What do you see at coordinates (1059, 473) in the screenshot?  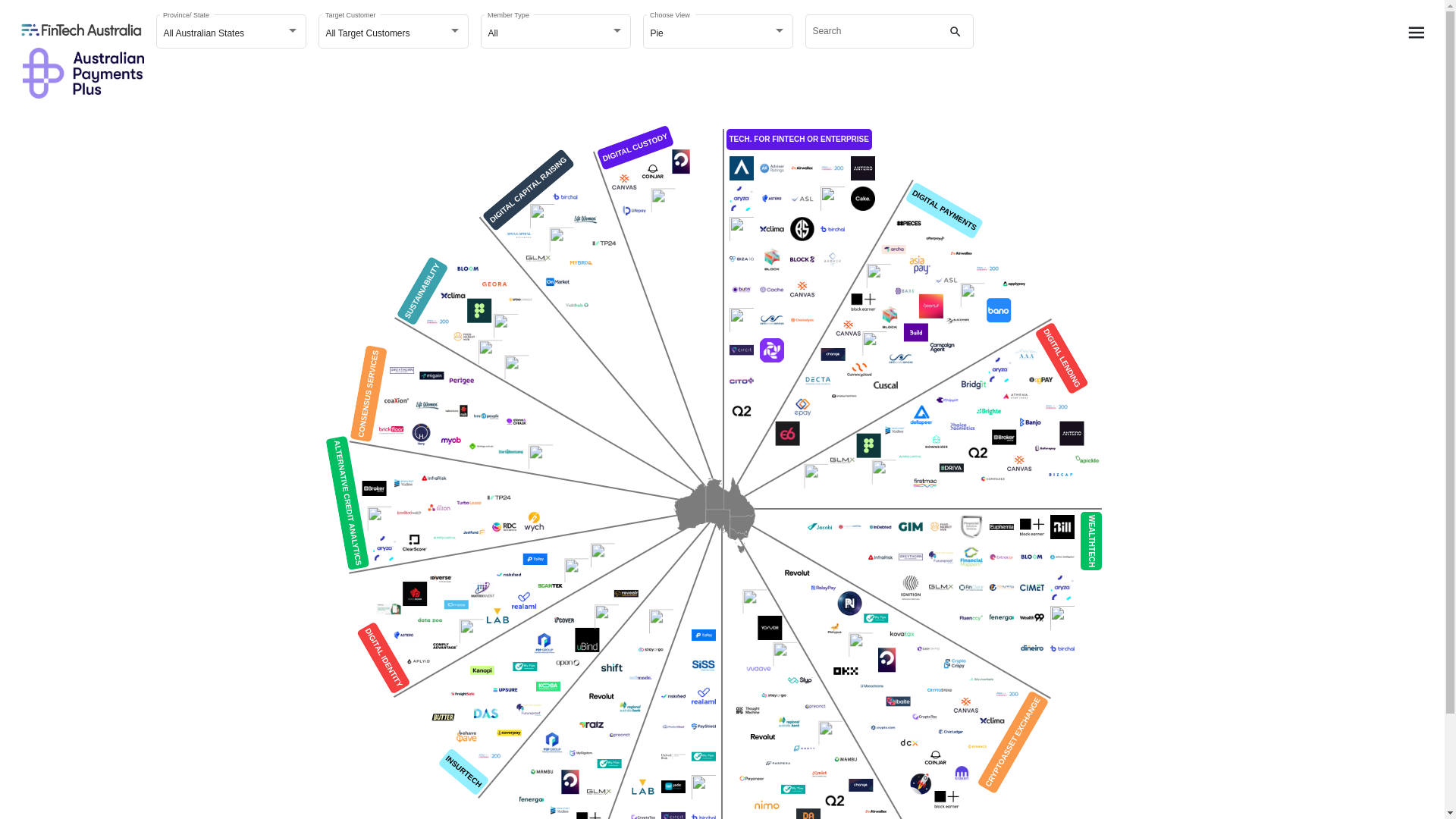 I see `'Bizcap'` at bounding box center [1059, 473].